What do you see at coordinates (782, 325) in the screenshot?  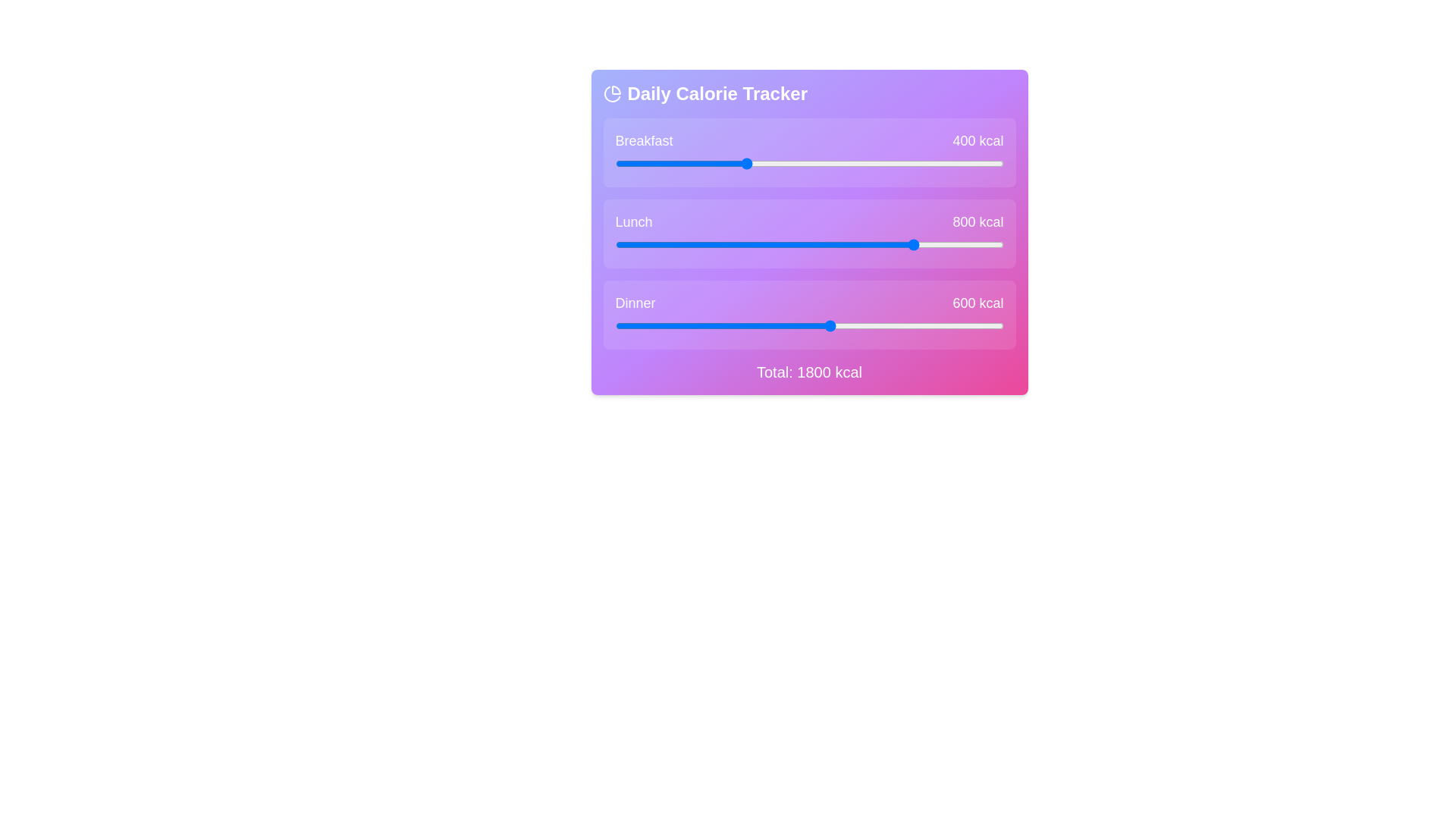 I see `the dinner calorie slider` at bounding box center [782, 325].